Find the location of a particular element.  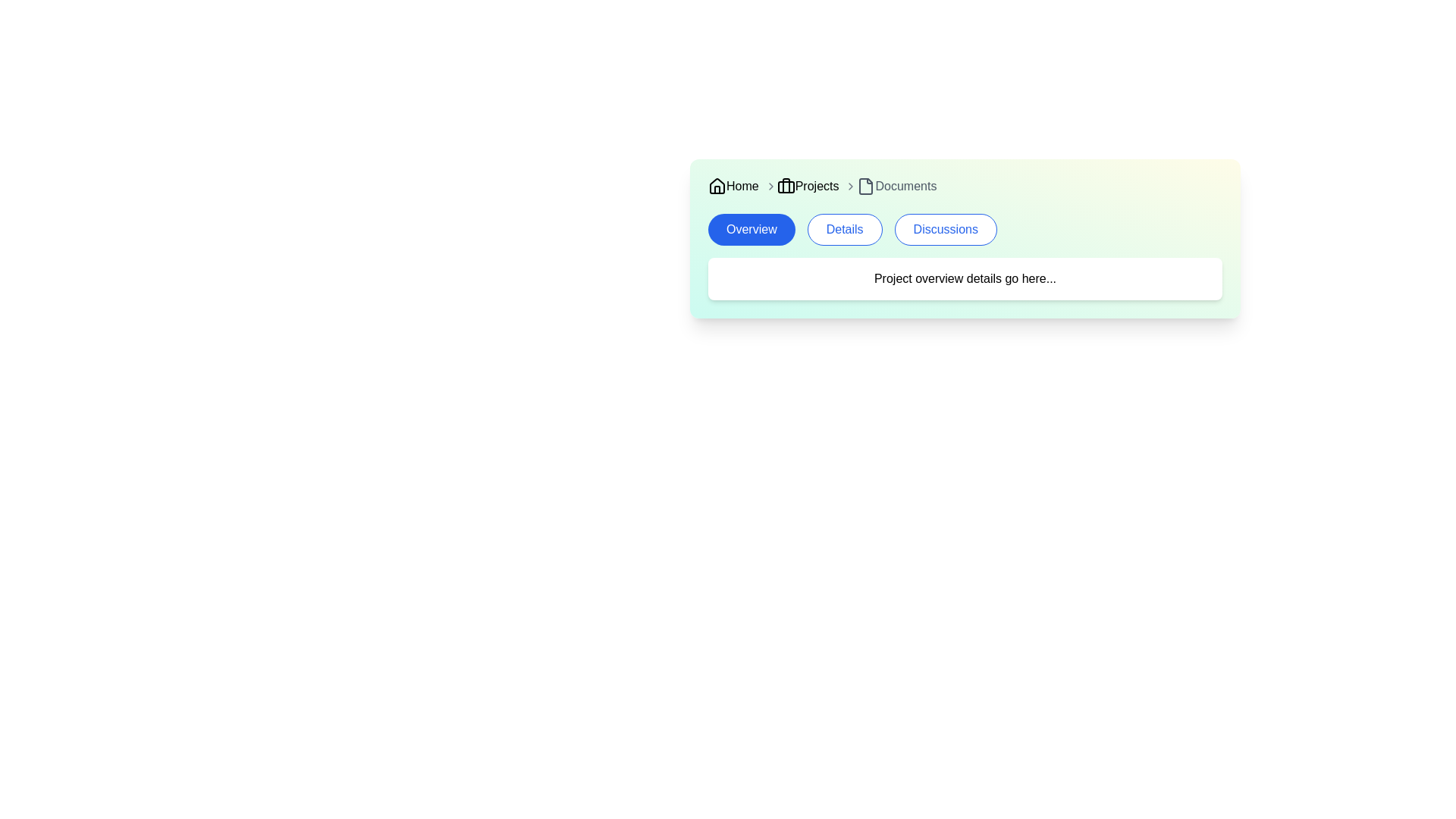

the Tab bar containing the tabs labeled 'Overview,' 'Details,' and 'Discussions' is located at coordinates (964, 230).